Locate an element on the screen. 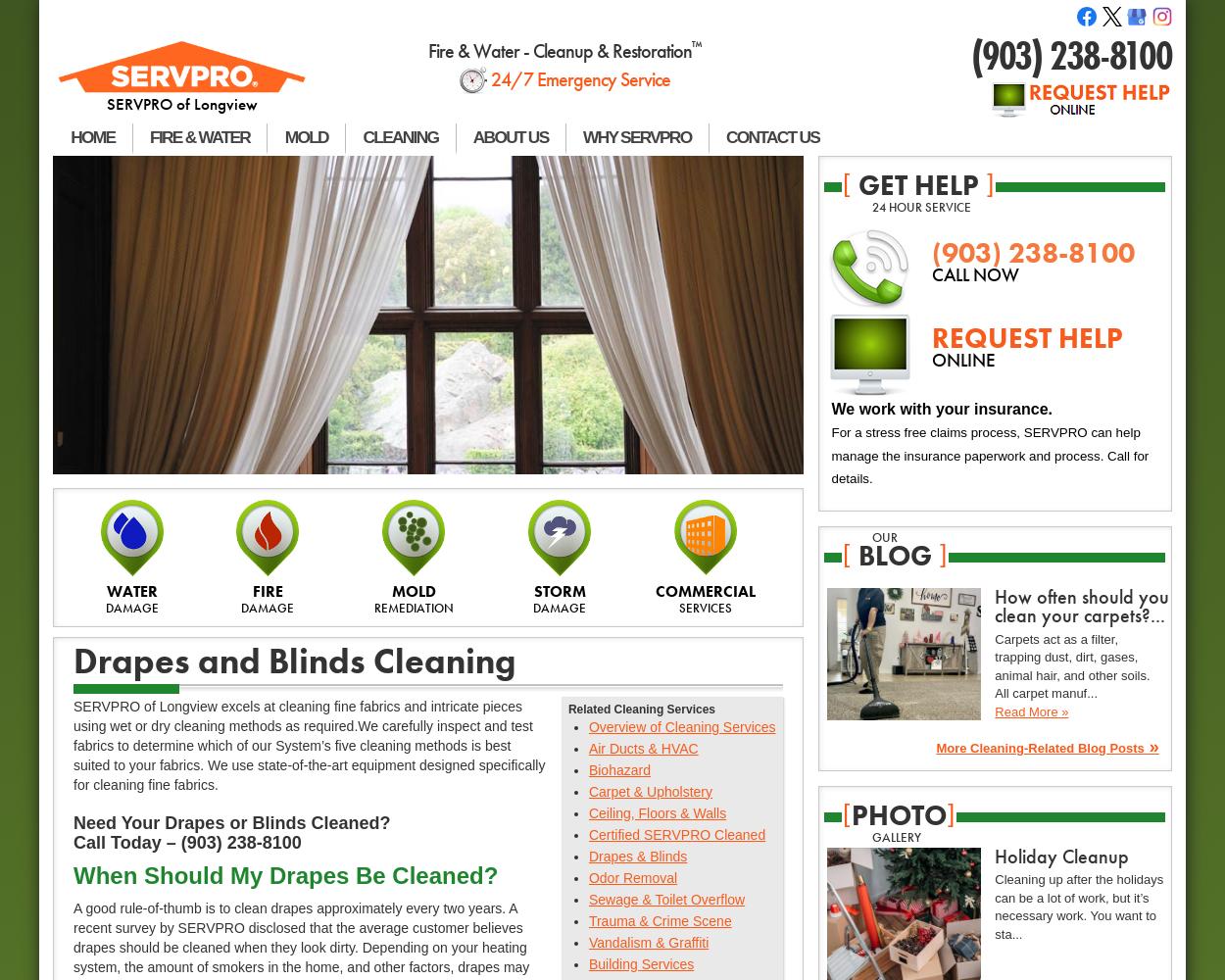 This screenshot has height=980, width=1225. 'WATER' is located at coordinates (106, 590).